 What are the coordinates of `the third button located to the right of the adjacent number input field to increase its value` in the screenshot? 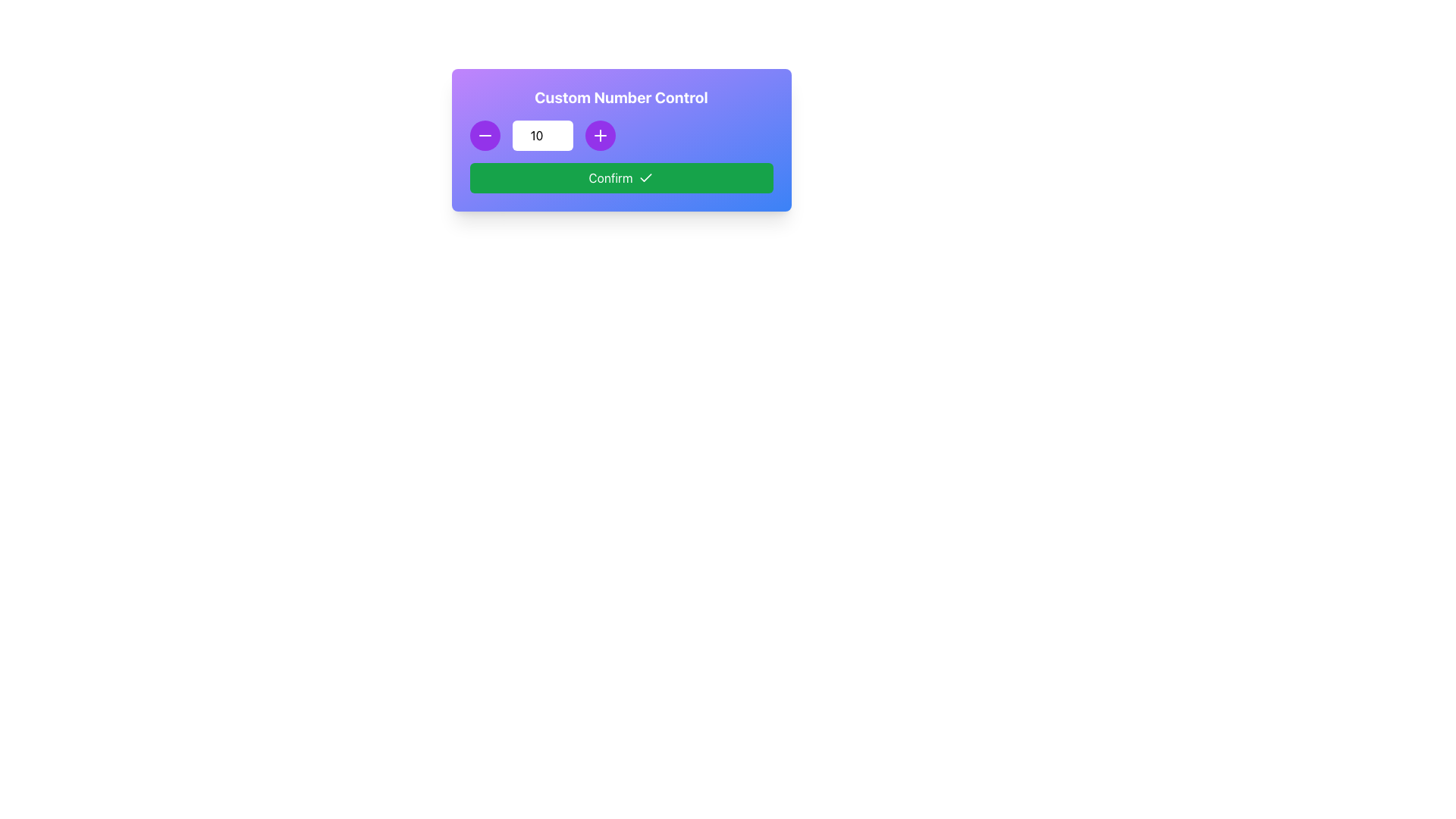 It's located at (599, 134).